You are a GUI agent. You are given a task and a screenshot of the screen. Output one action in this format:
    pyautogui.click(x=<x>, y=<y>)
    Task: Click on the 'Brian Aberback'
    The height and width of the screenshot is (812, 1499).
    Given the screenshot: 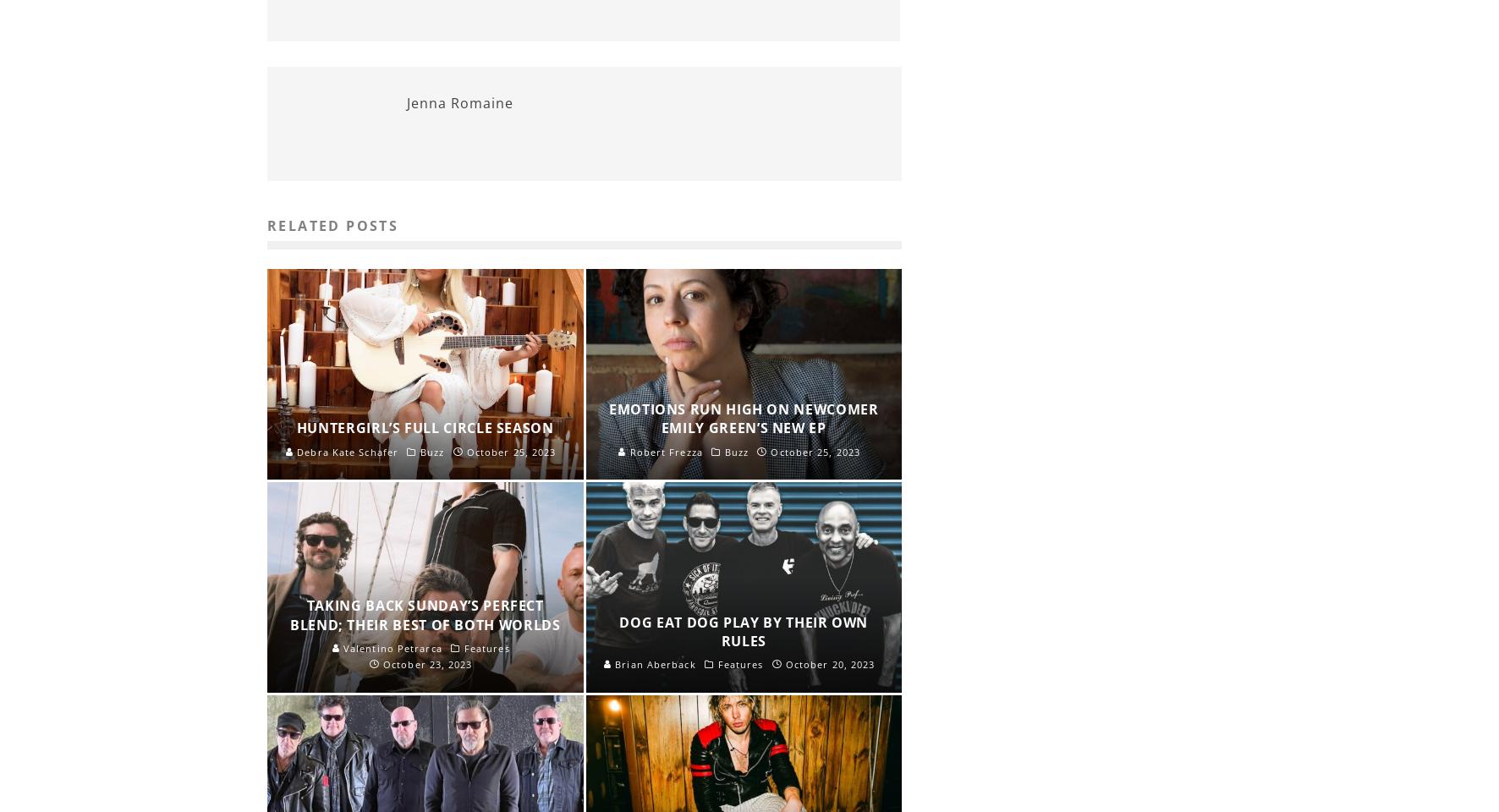 What is the action you would take?
    pyautogui.click(x=652, y=664)
    